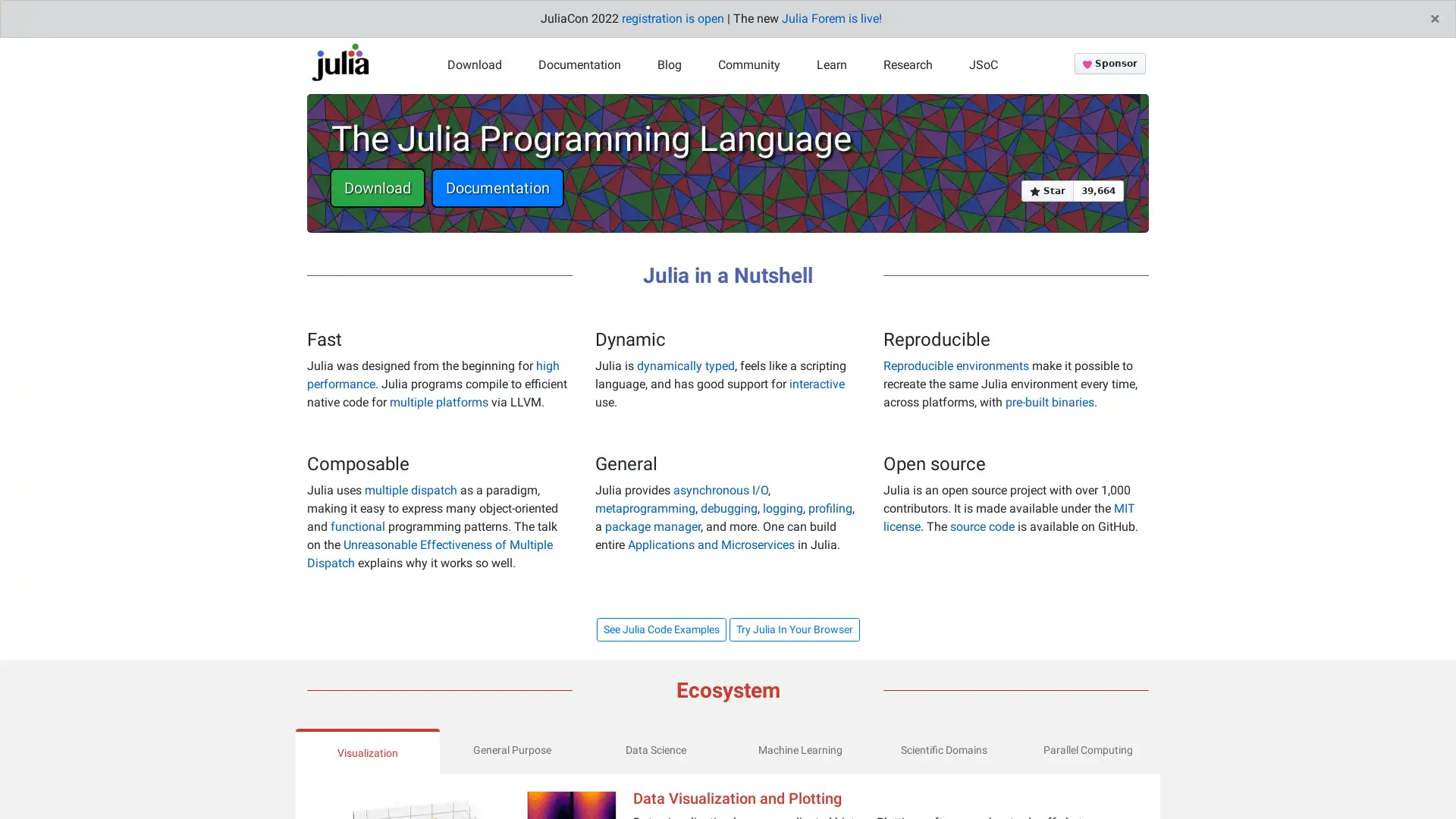  What do you see at coordinates (497, 186) in the screenshot?
I see `Documentation` at bounding box center [497, 186].